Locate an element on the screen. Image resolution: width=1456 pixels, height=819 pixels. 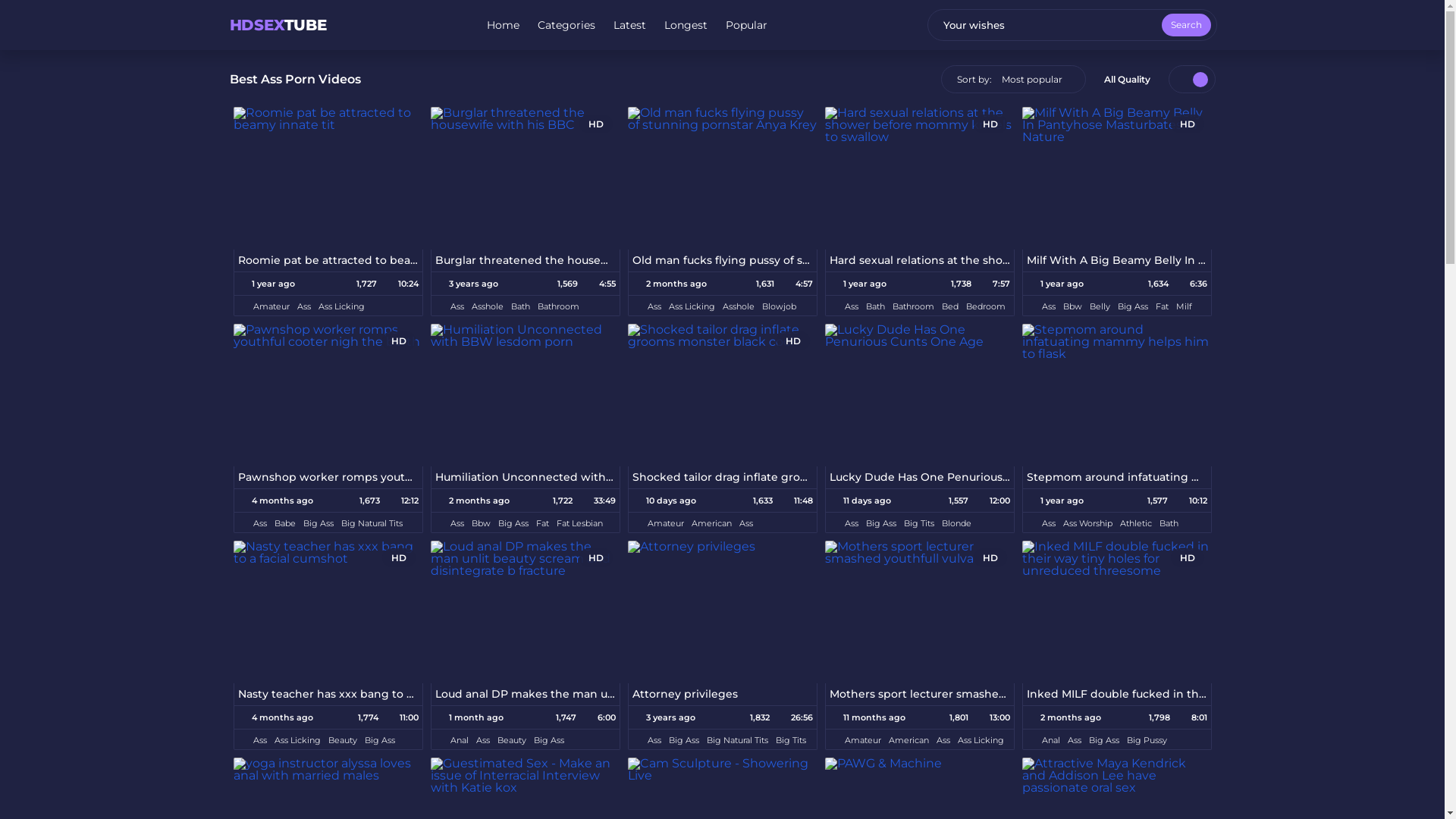
'Fat' is located at coordinates (541, 522).